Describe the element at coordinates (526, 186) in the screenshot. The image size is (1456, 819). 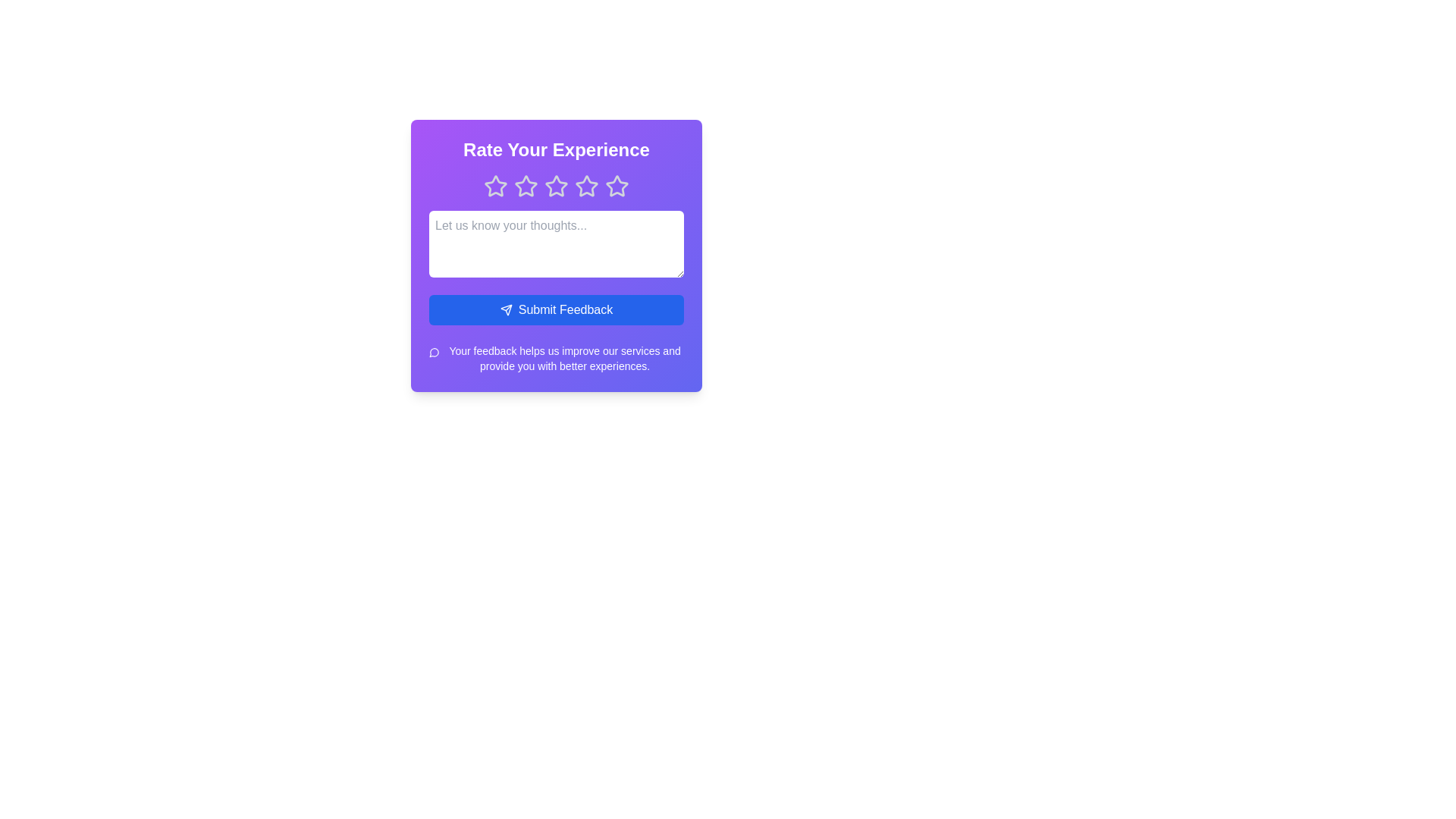
I see `the second star icon from the left in the row of five rating icons` at that location.